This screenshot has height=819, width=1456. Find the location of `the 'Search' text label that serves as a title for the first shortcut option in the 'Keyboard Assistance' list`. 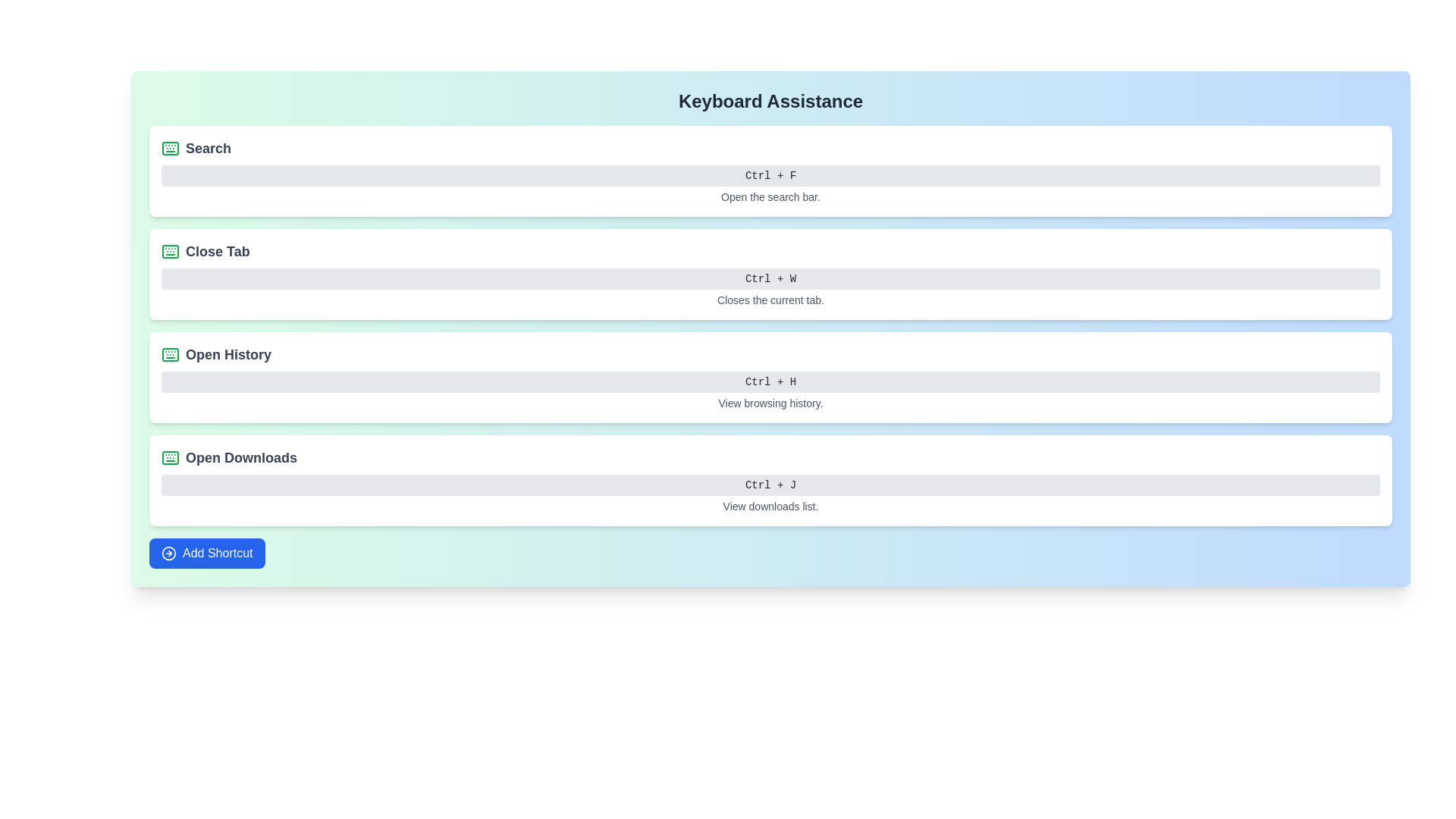

the 'Search' text label that serves as a title for the first shortcut option in the 'Keyboard Assistance' list is located at coordinates (207, 149).